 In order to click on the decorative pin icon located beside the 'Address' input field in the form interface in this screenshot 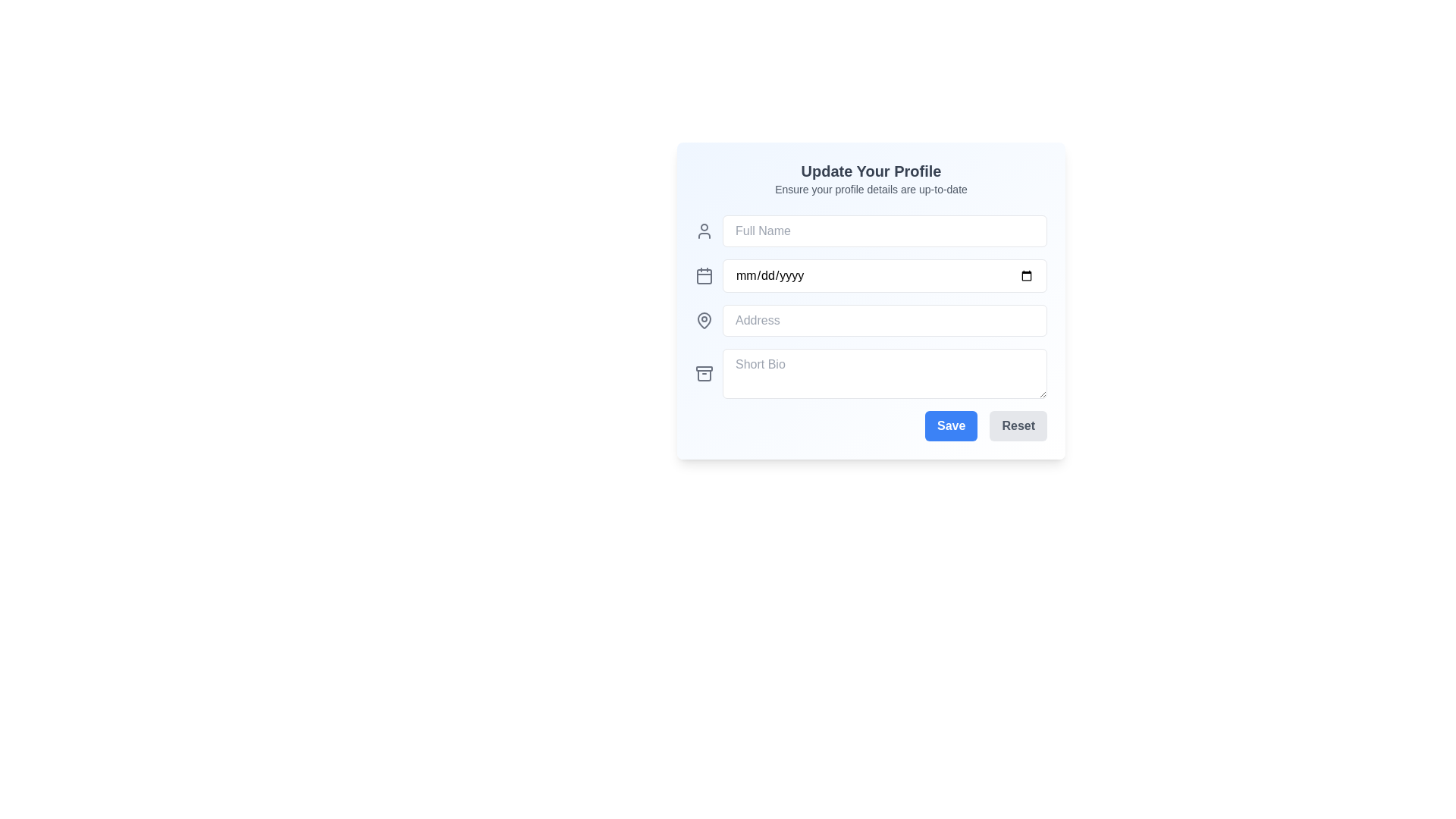, I will do `click(704, 318)`.